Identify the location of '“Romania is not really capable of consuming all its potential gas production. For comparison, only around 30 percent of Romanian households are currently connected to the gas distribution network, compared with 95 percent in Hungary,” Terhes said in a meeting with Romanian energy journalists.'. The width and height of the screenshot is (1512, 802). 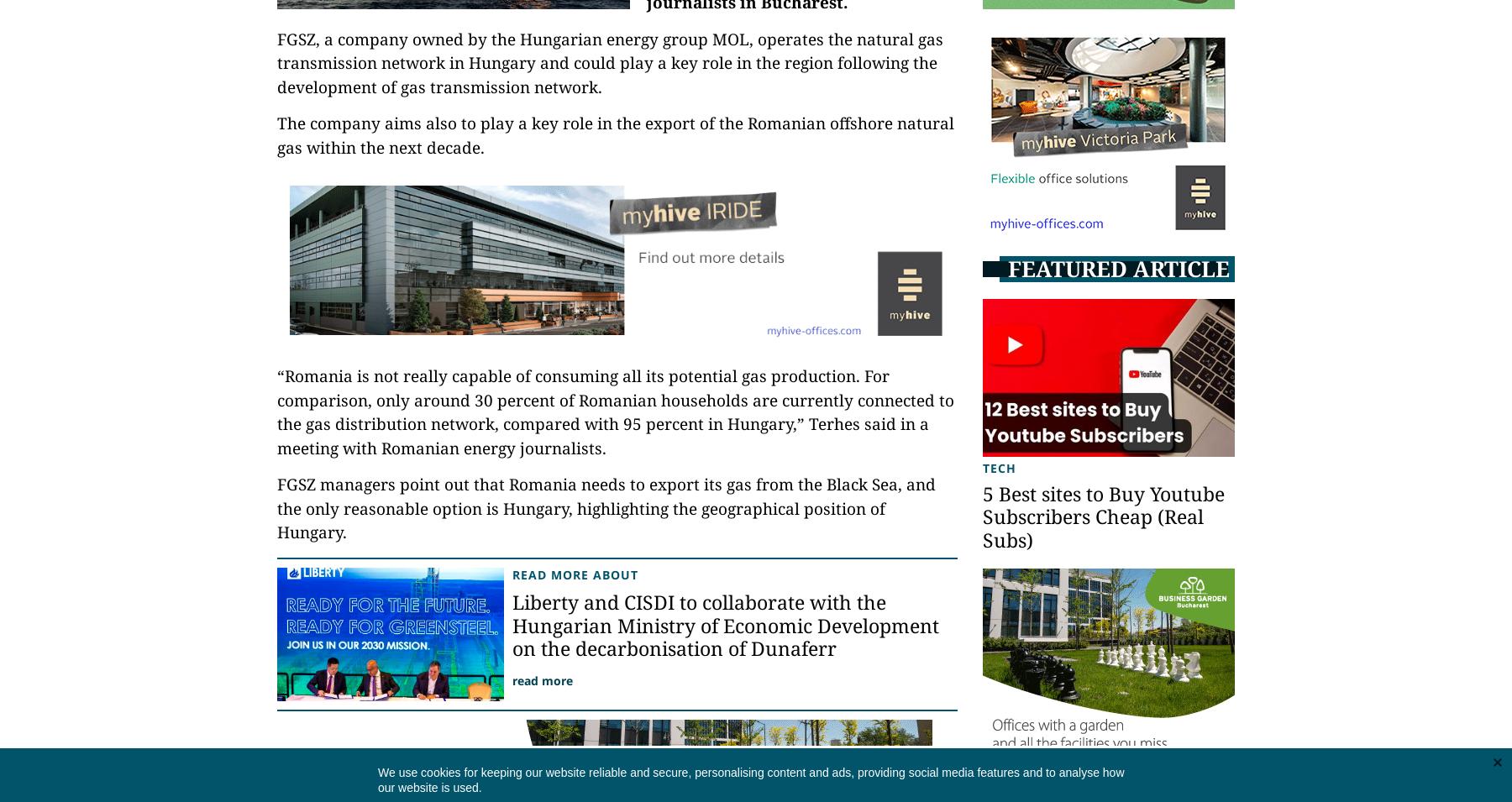
(614, 411).